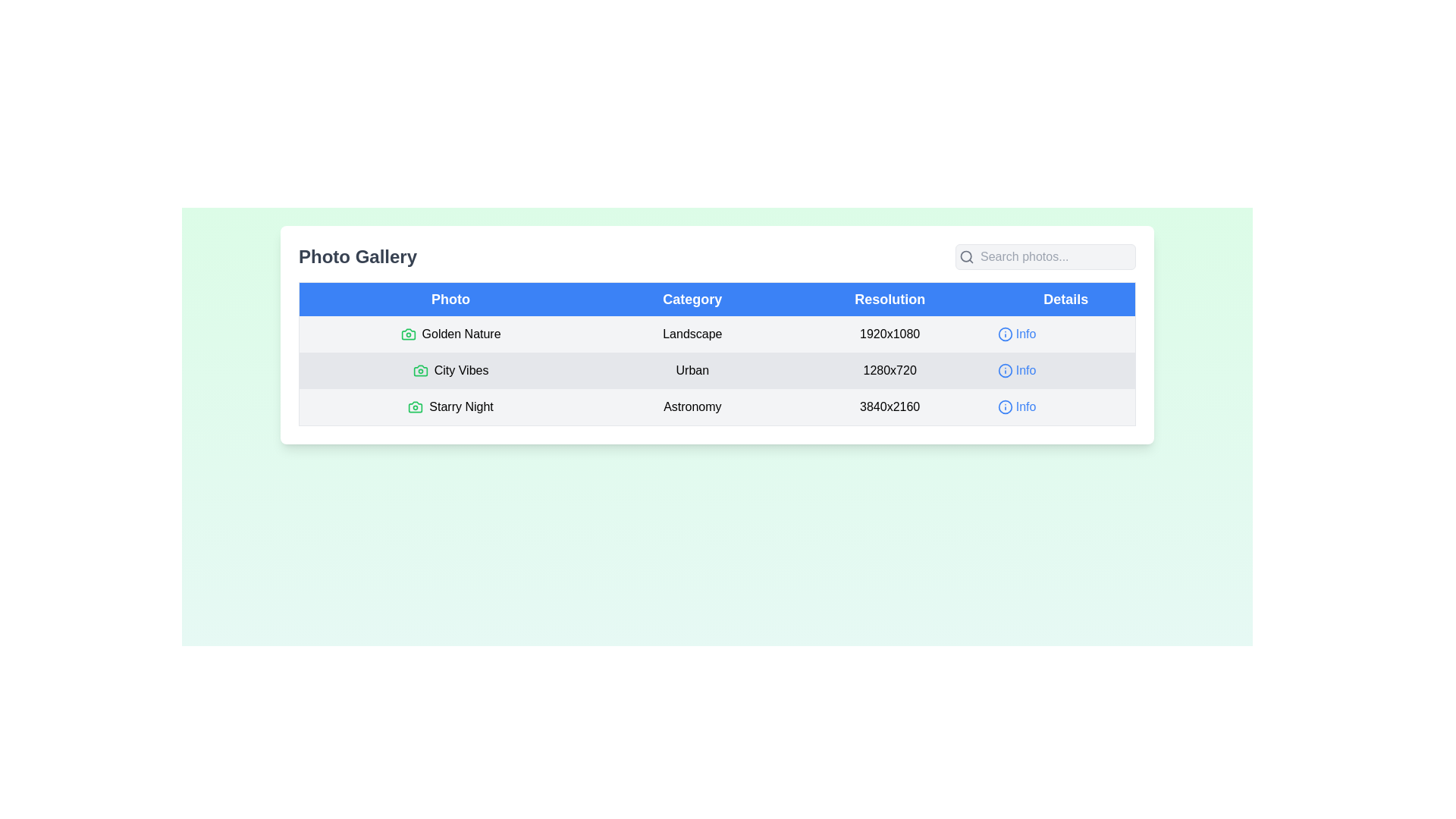 The height and width of the screenshot is (819, 1456). I want to click on the blue rectangular tab labeled 'Category', which is the second tab from the left in a row of four tabs above the table of photo categories, so click(692, 299).